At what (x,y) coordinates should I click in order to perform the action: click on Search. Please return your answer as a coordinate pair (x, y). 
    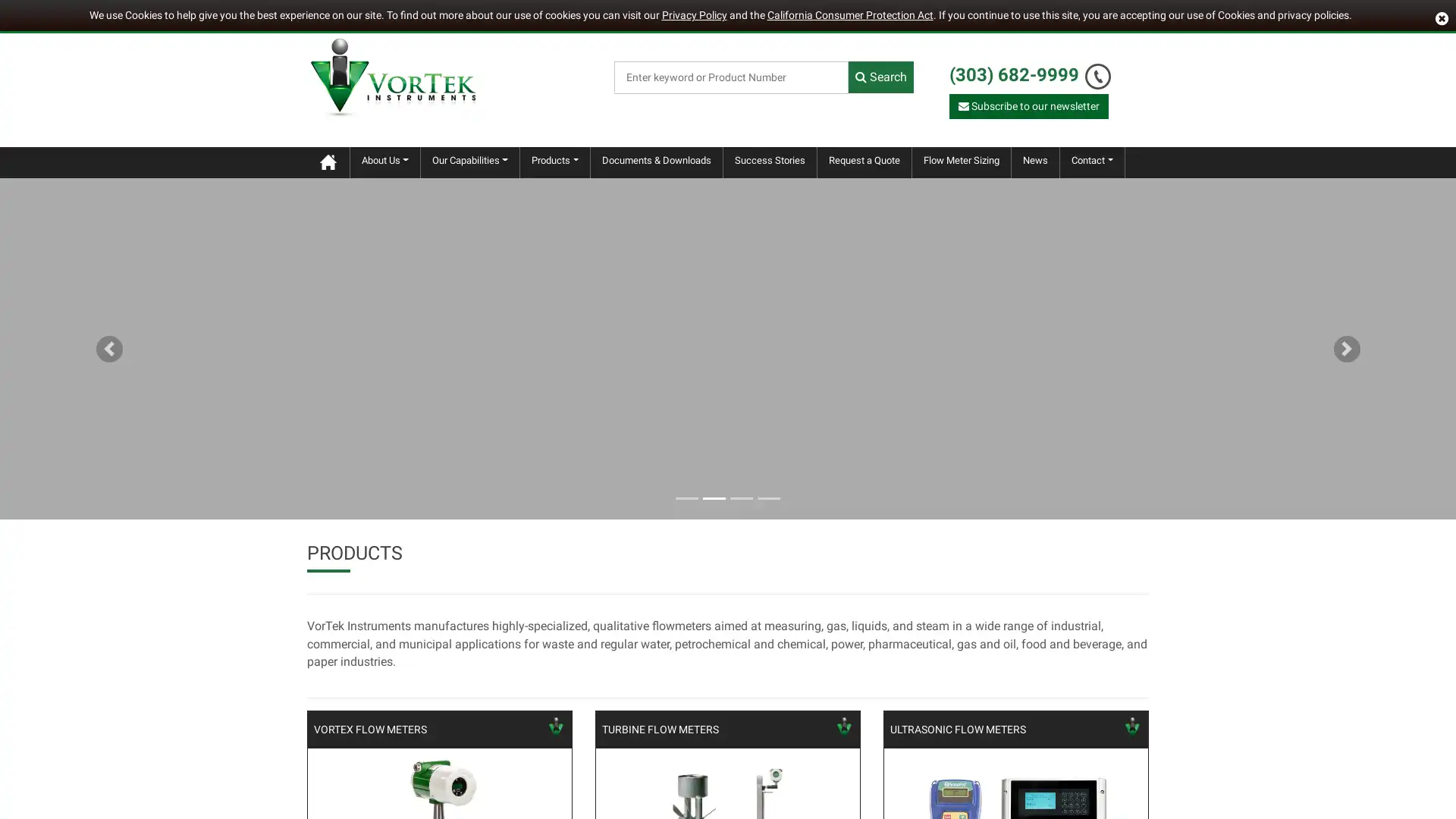
    Looking at the image, I should click on (880, 45).